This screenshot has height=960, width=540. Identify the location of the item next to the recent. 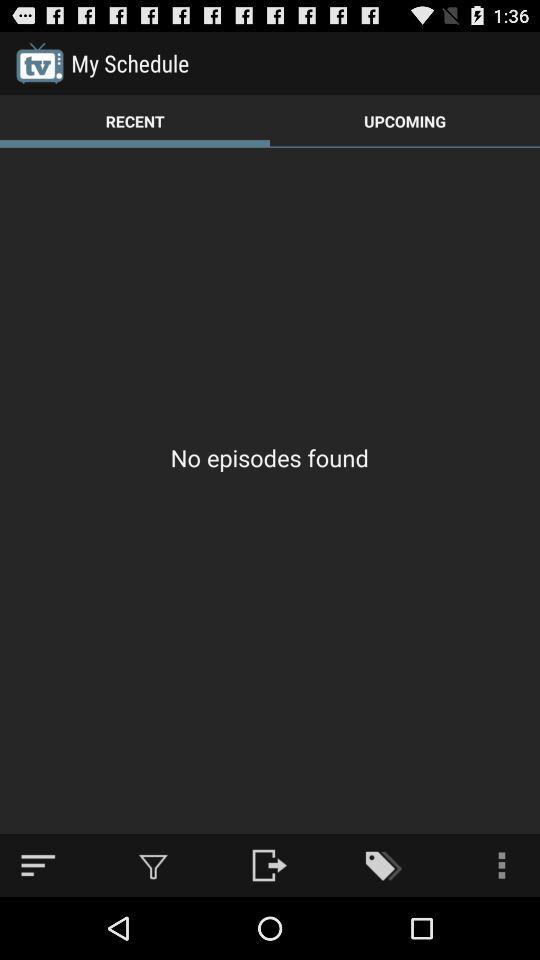
(405, 120).